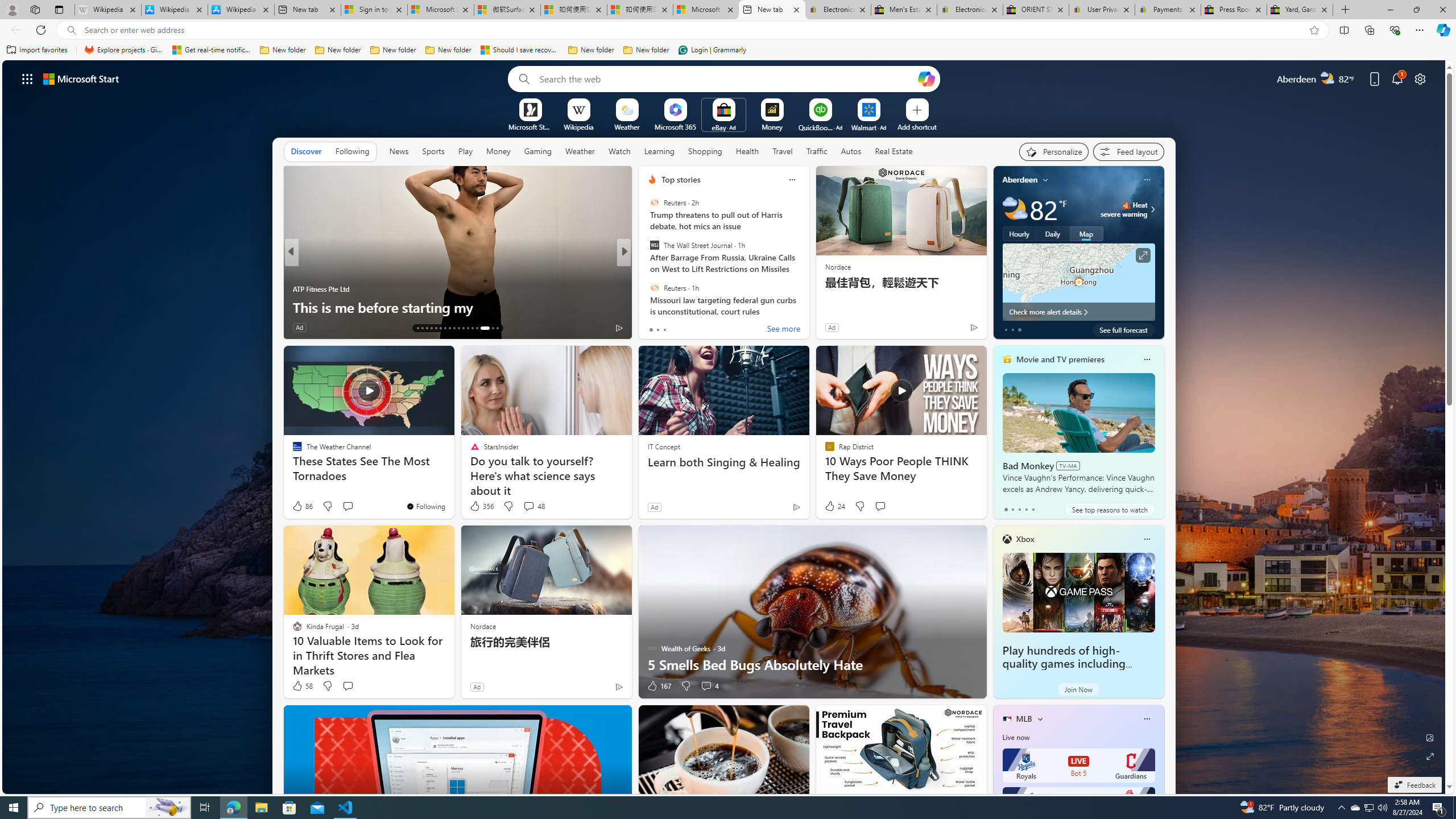  Describe the element at coordinates (712, 49) in the screenshot. I see `'Login | Grammarly'` at that location.